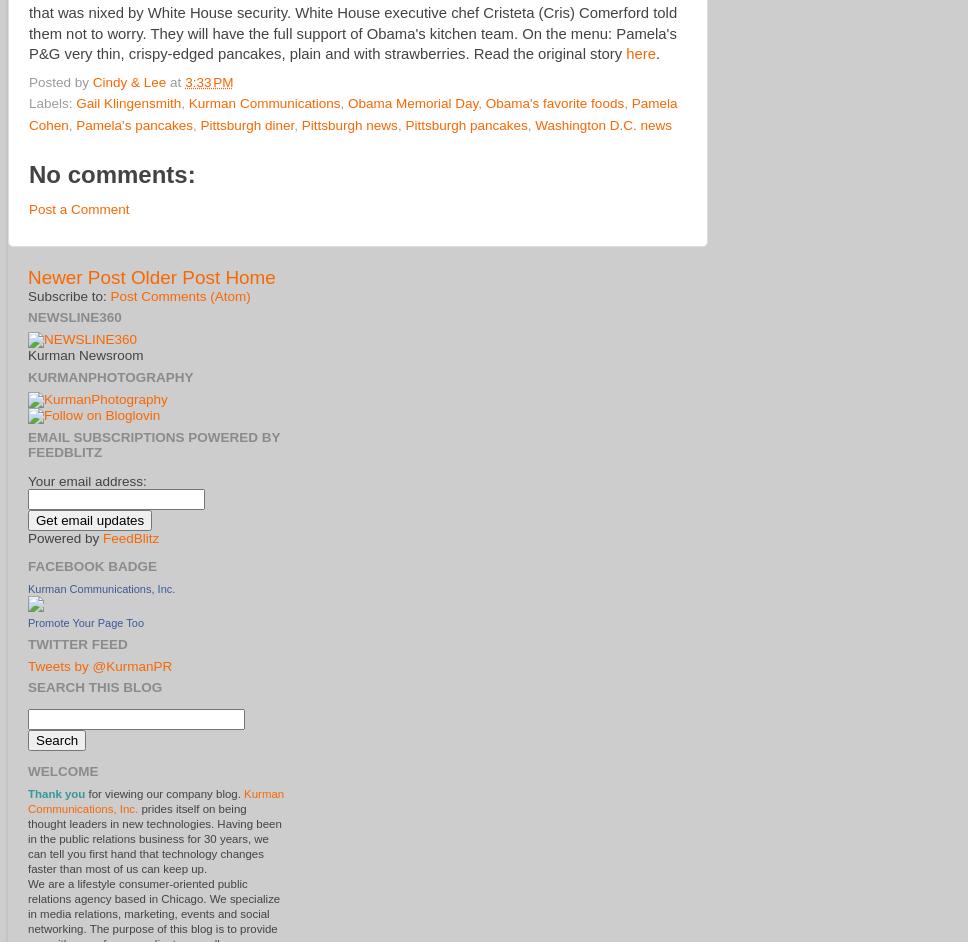 The width and height of the screenshot is (968, 942). I want to click on 'Pittsburgh news', so click(348, 125).